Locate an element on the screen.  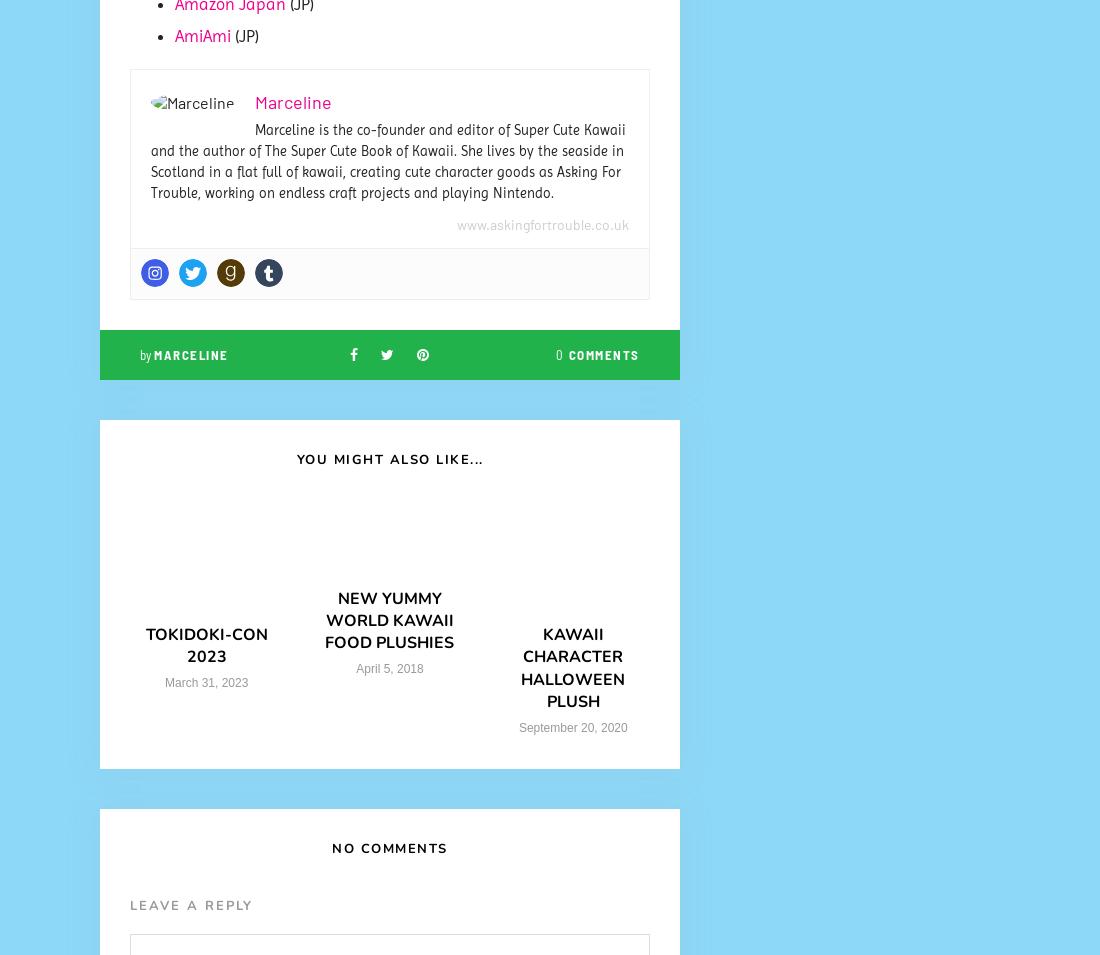
'Leave a Reply' is located at coordinates (190, 904).